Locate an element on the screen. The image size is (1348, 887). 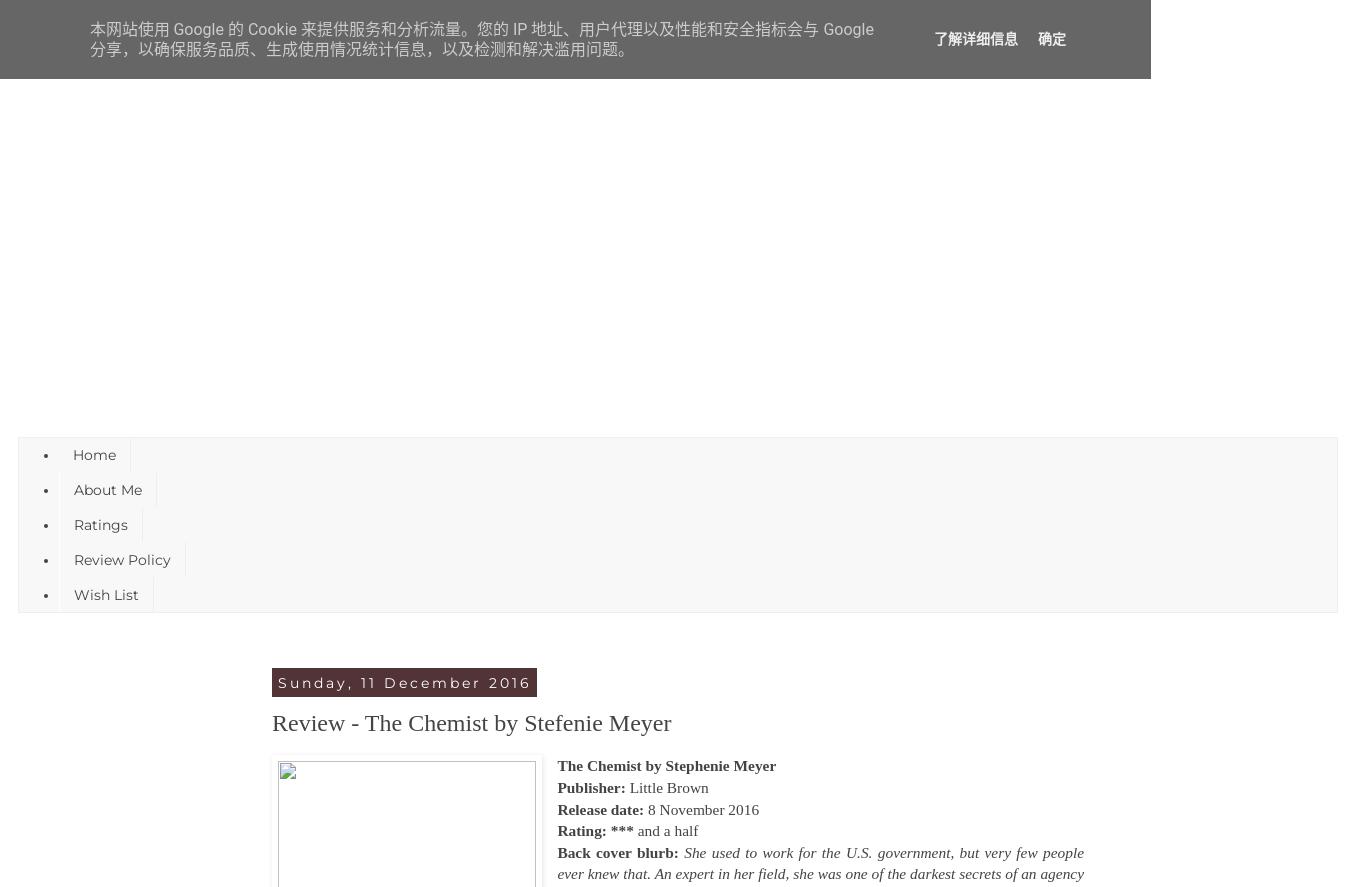
'Rating: ***' is located at coordinates (597, 830).